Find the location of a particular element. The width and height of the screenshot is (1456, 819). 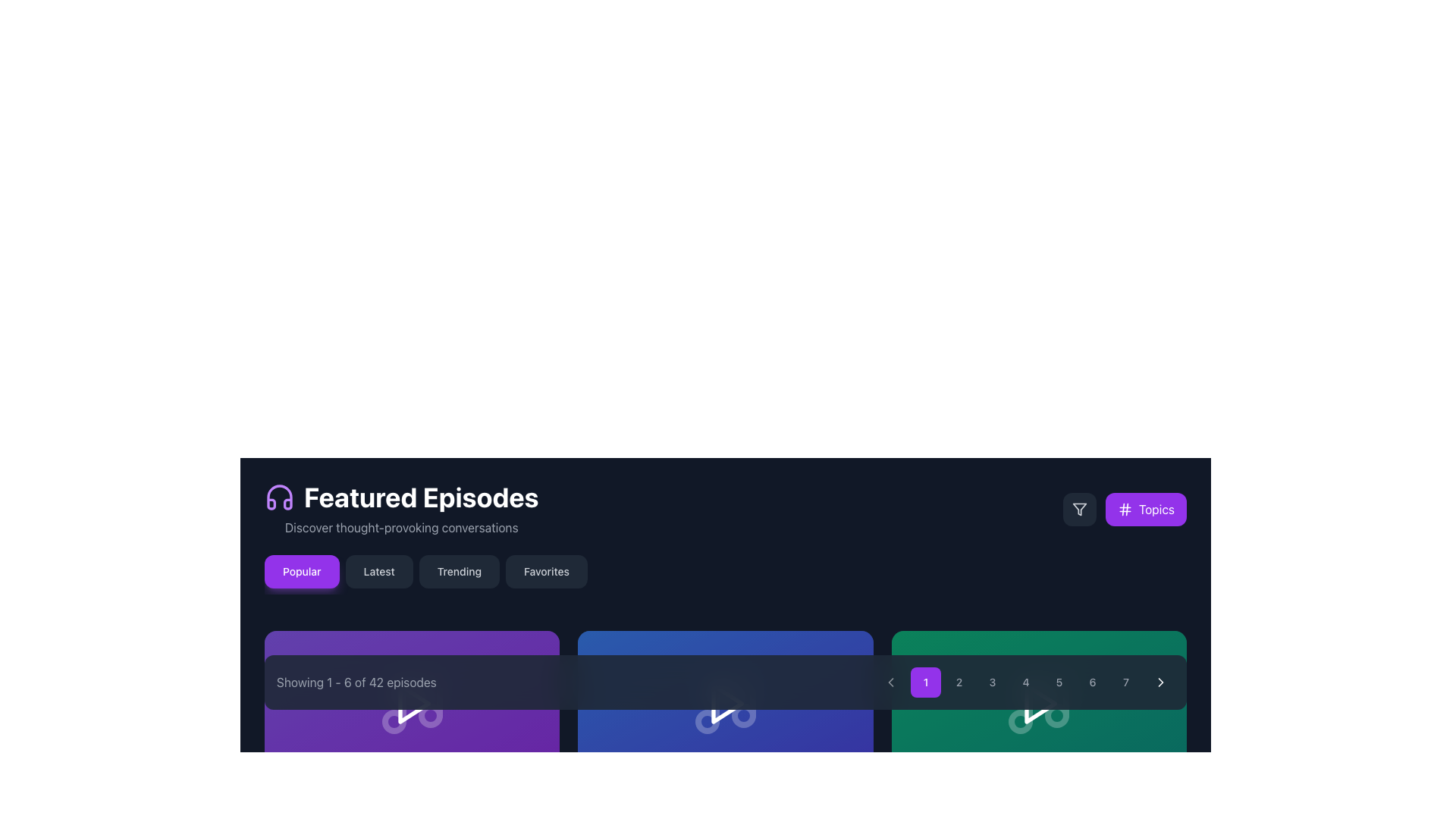

the fifth circular button in the navigation bar is located at coordinates (1058, 681).